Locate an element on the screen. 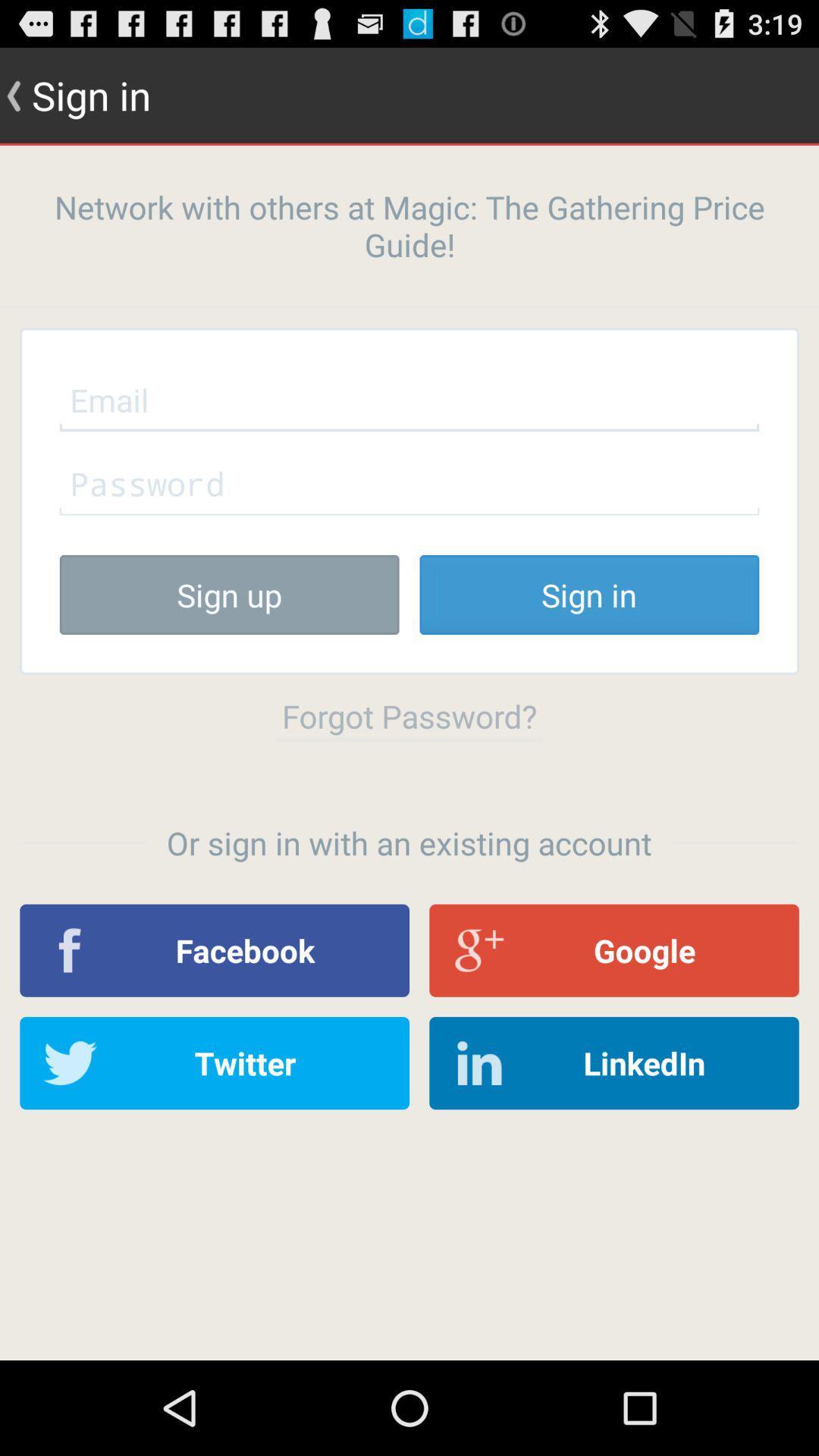 The image size is (819, 1456). item at the bottom right corner is located at coordinates (614, 1062).